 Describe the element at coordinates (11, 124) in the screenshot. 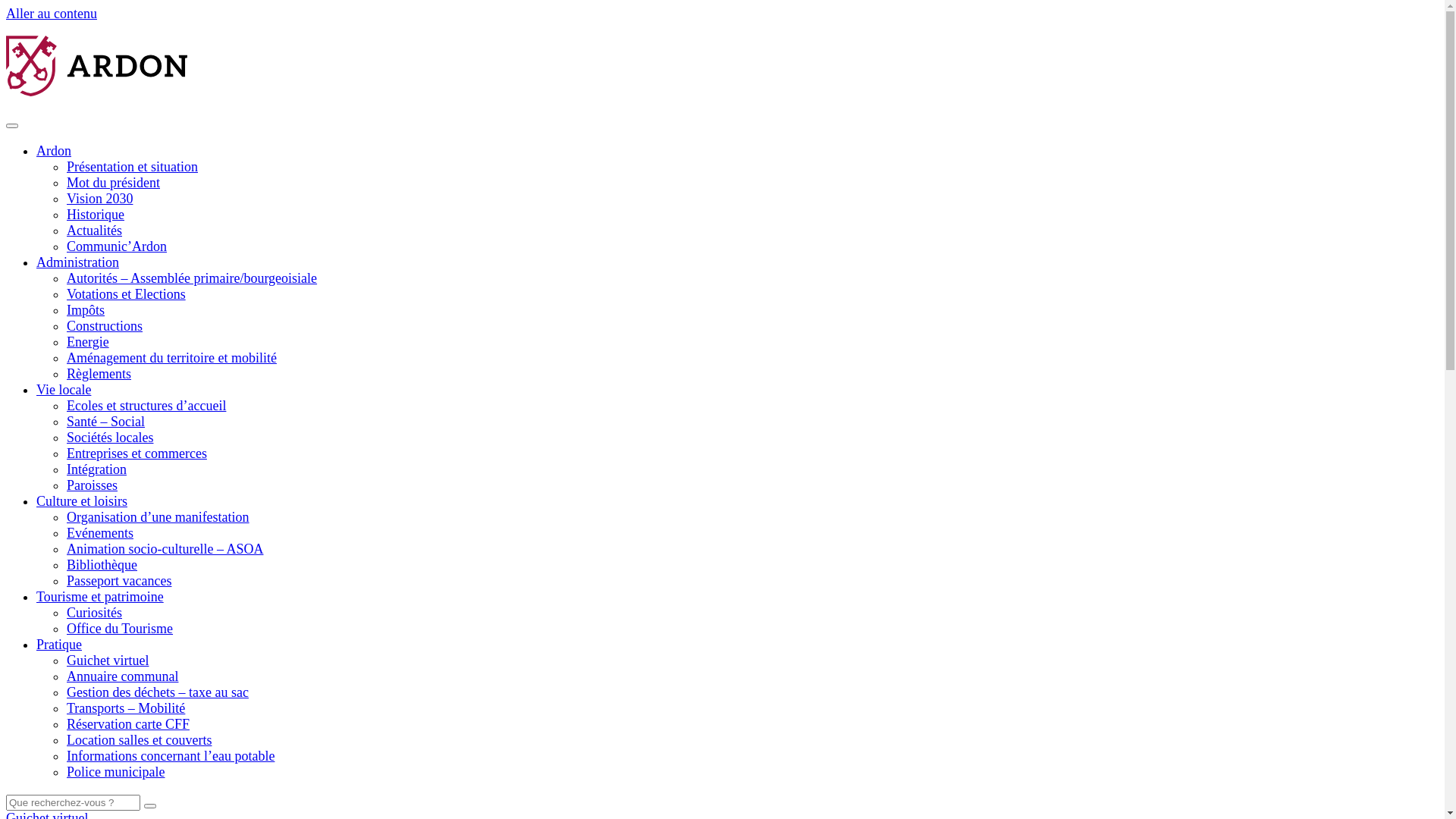

I see `'Menu principal'` at that location.